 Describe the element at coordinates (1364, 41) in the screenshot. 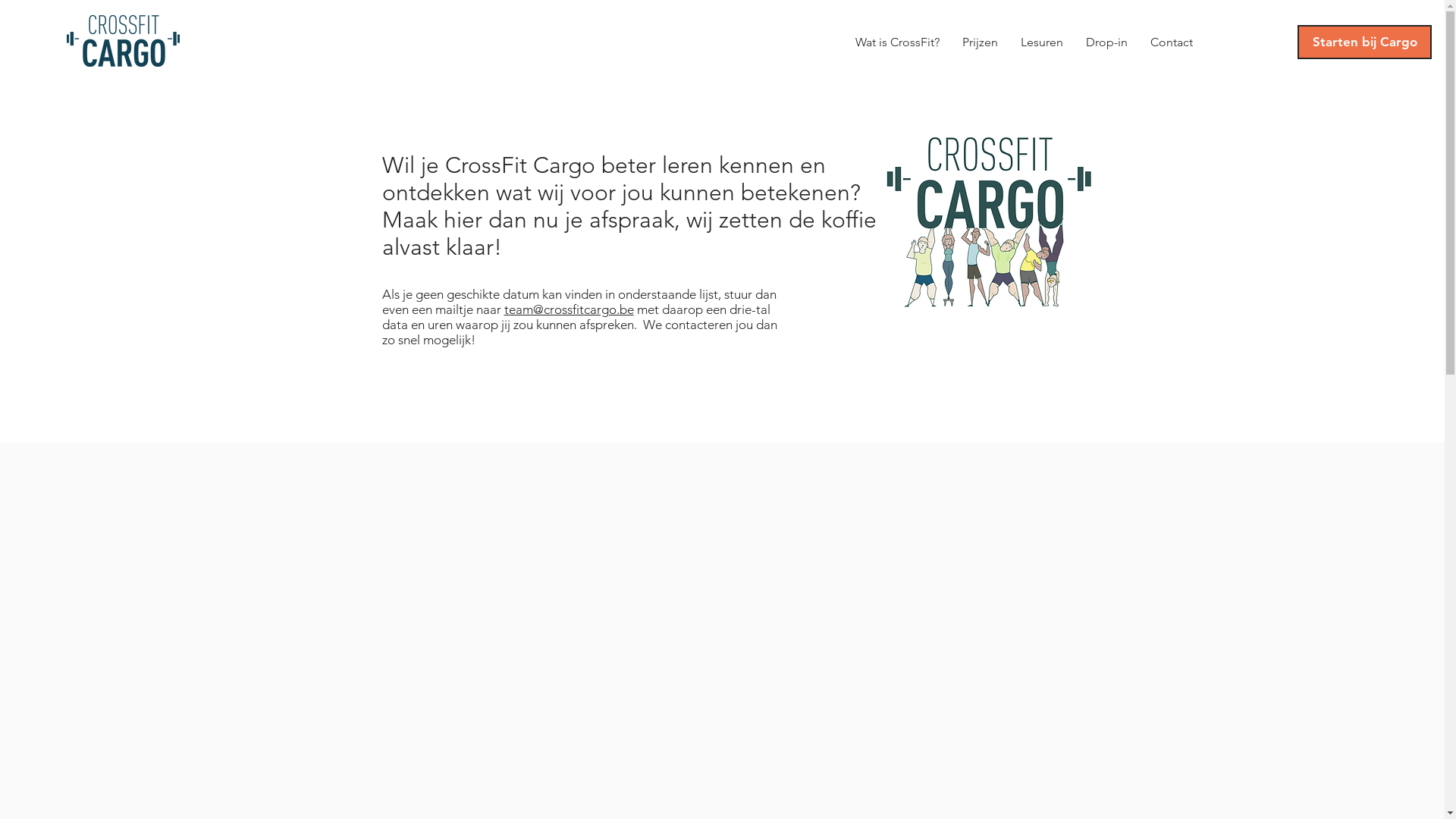

I see `'Starten bij Cargo'` at that location.